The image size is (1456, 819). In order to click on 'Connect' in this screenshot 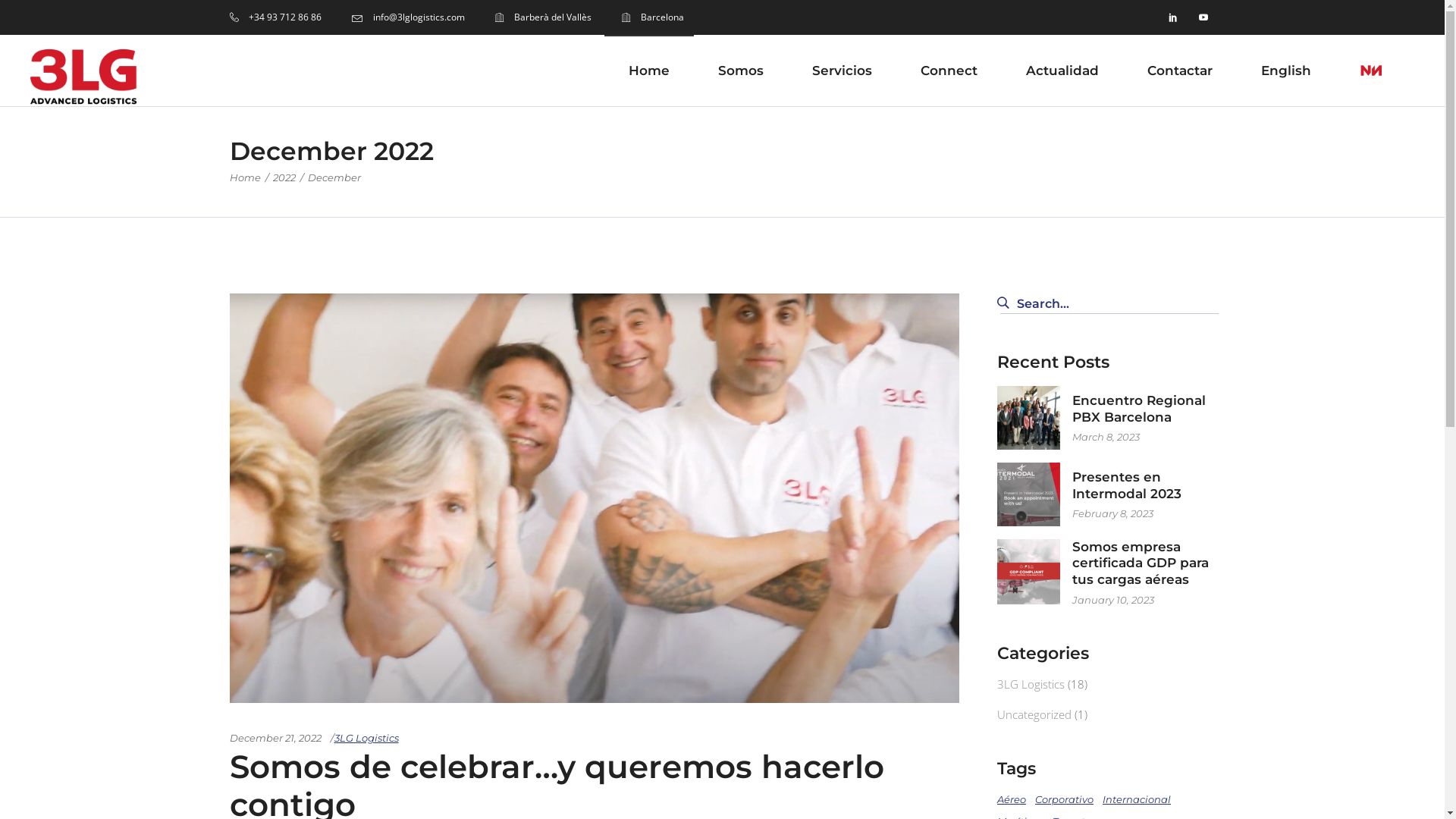, I will do `click(948, 71)`.